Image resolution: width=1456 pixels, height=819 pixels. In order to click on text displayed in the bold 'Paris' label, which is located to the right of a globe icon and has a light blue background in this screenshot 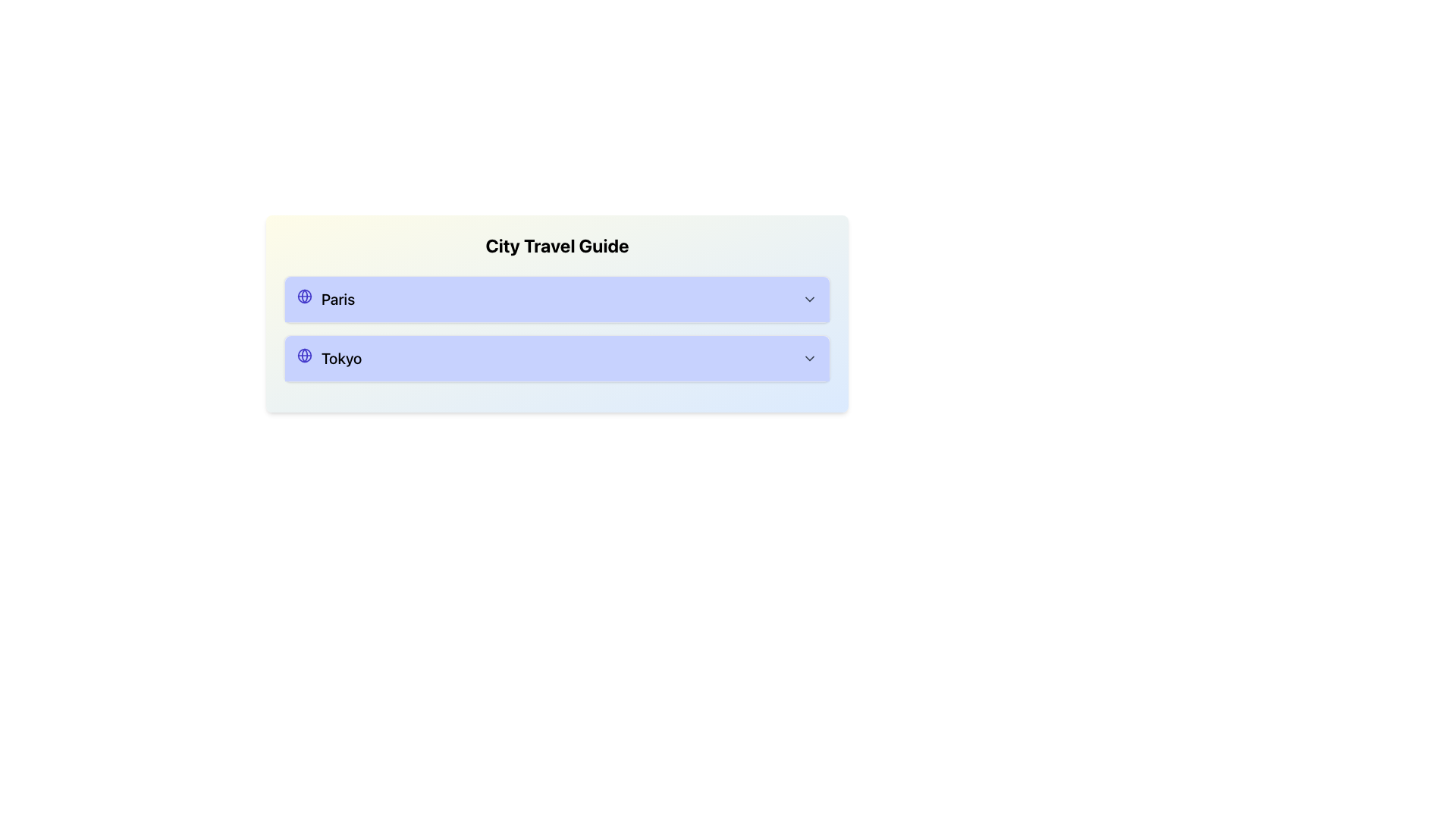, I will do `click(337, 299)`.